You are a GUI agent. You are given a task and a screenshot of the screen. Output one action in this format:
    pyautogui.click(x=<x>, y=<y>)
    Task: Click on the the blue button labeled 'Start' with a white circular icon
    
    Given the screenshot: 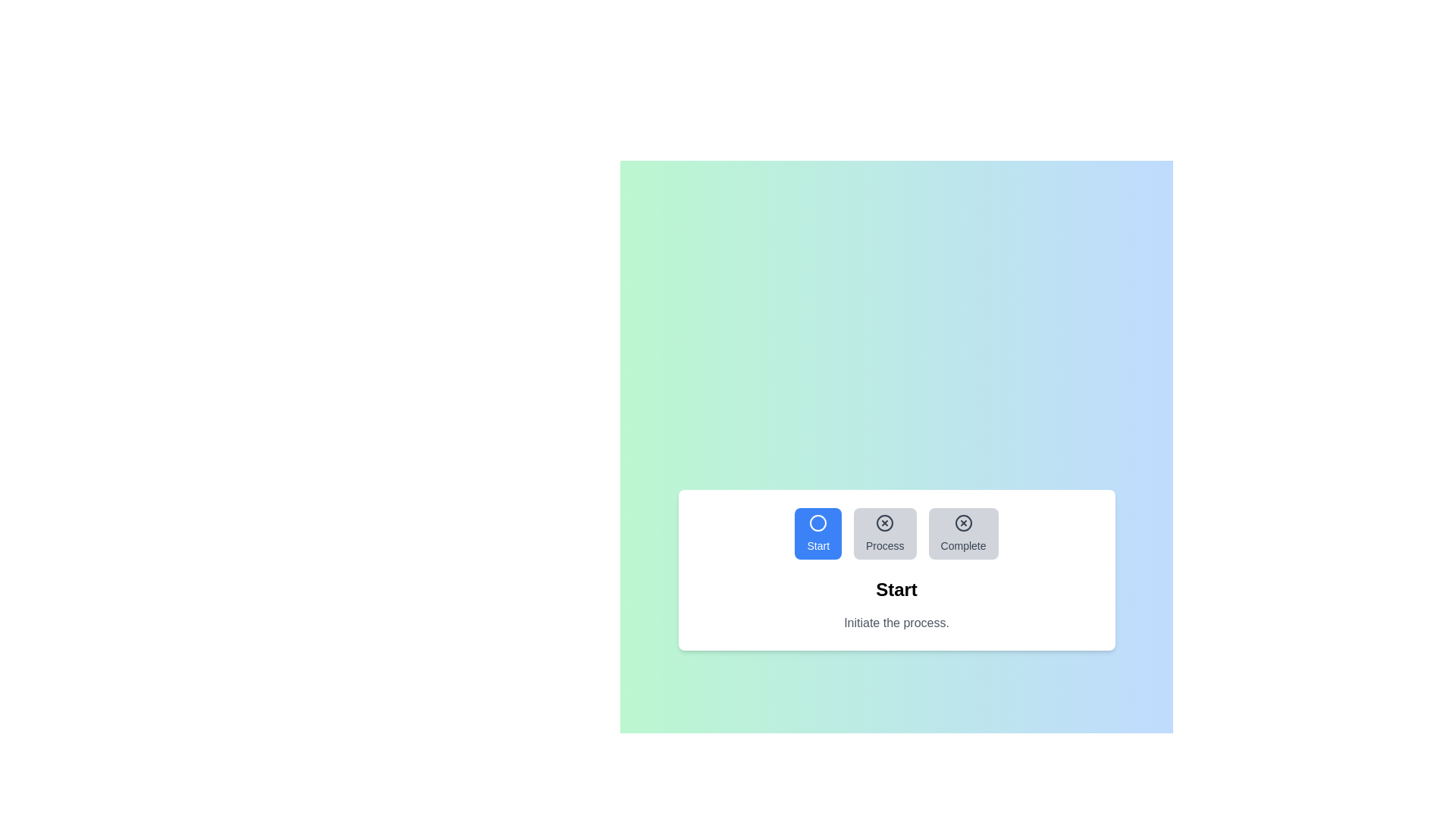 What is the action you would take?
    pyautogui.click(x=817, y=533)
    